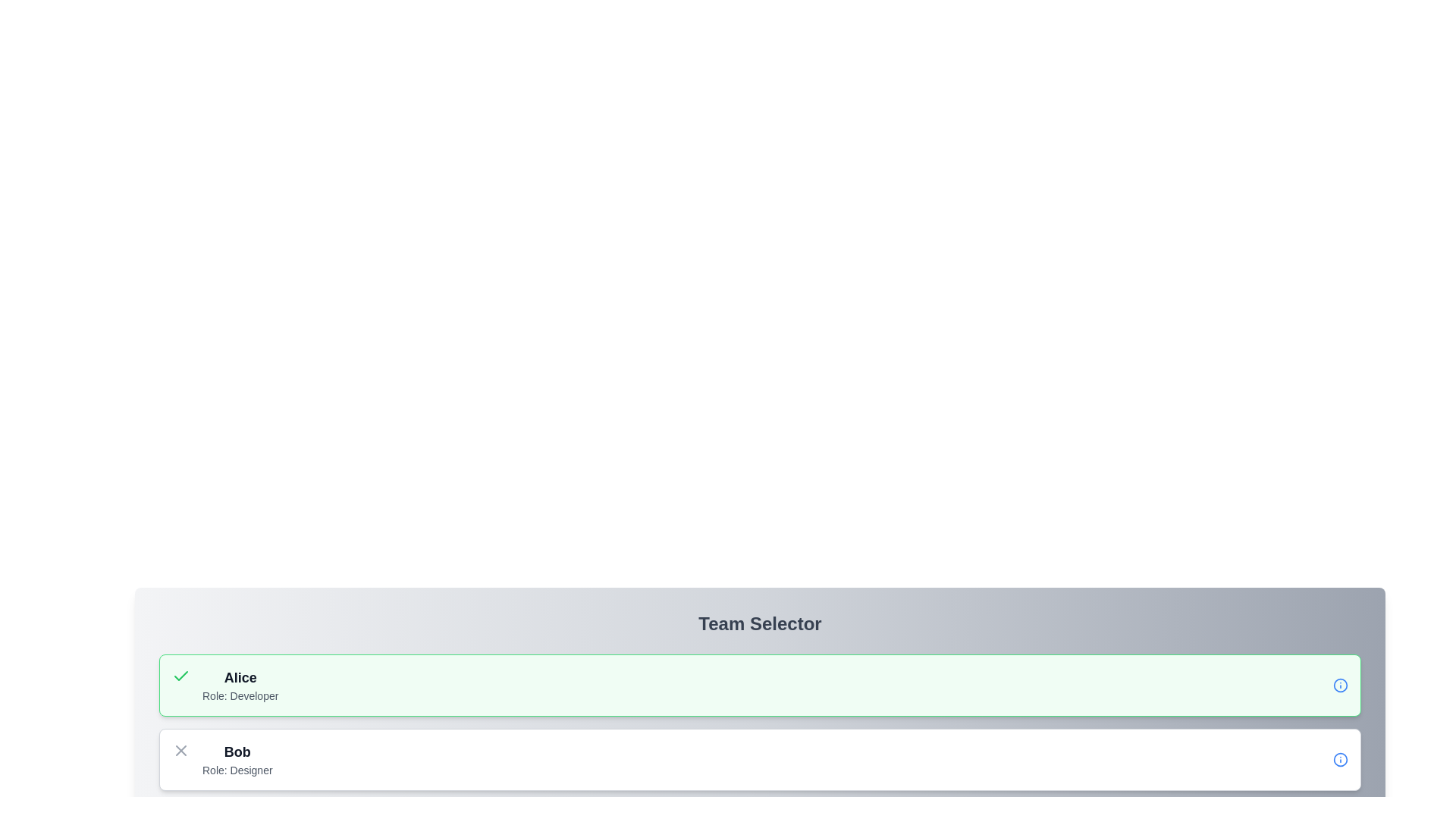  I want to click on the small circular blue information icon with an 'i' symbol inside, located at the far right of the card for 'Bob - Role: Designer', so click(1340, 760).